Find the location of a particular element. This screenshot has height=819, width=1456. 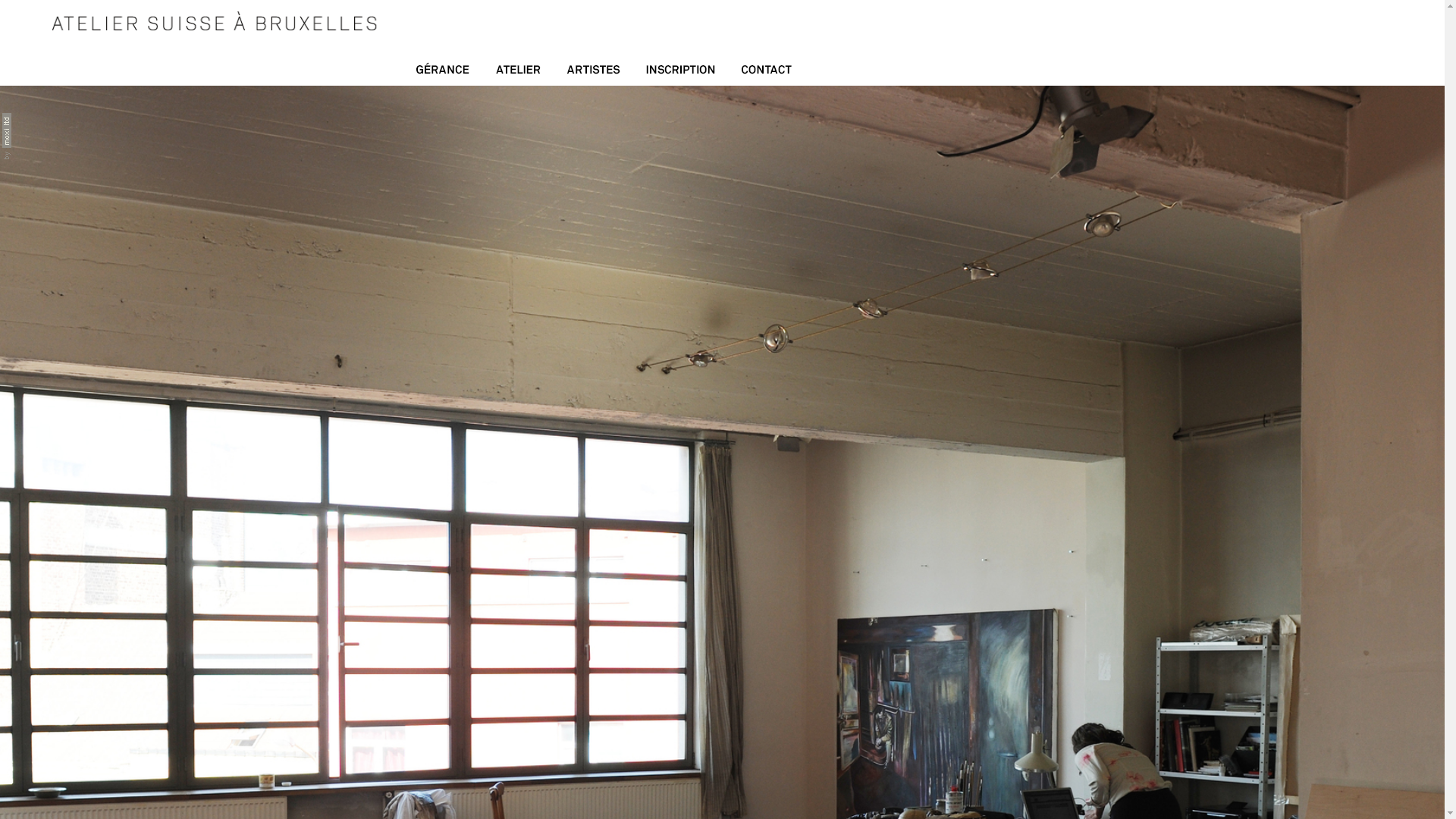

'ATELIER' is located at coordinates (482, 73).